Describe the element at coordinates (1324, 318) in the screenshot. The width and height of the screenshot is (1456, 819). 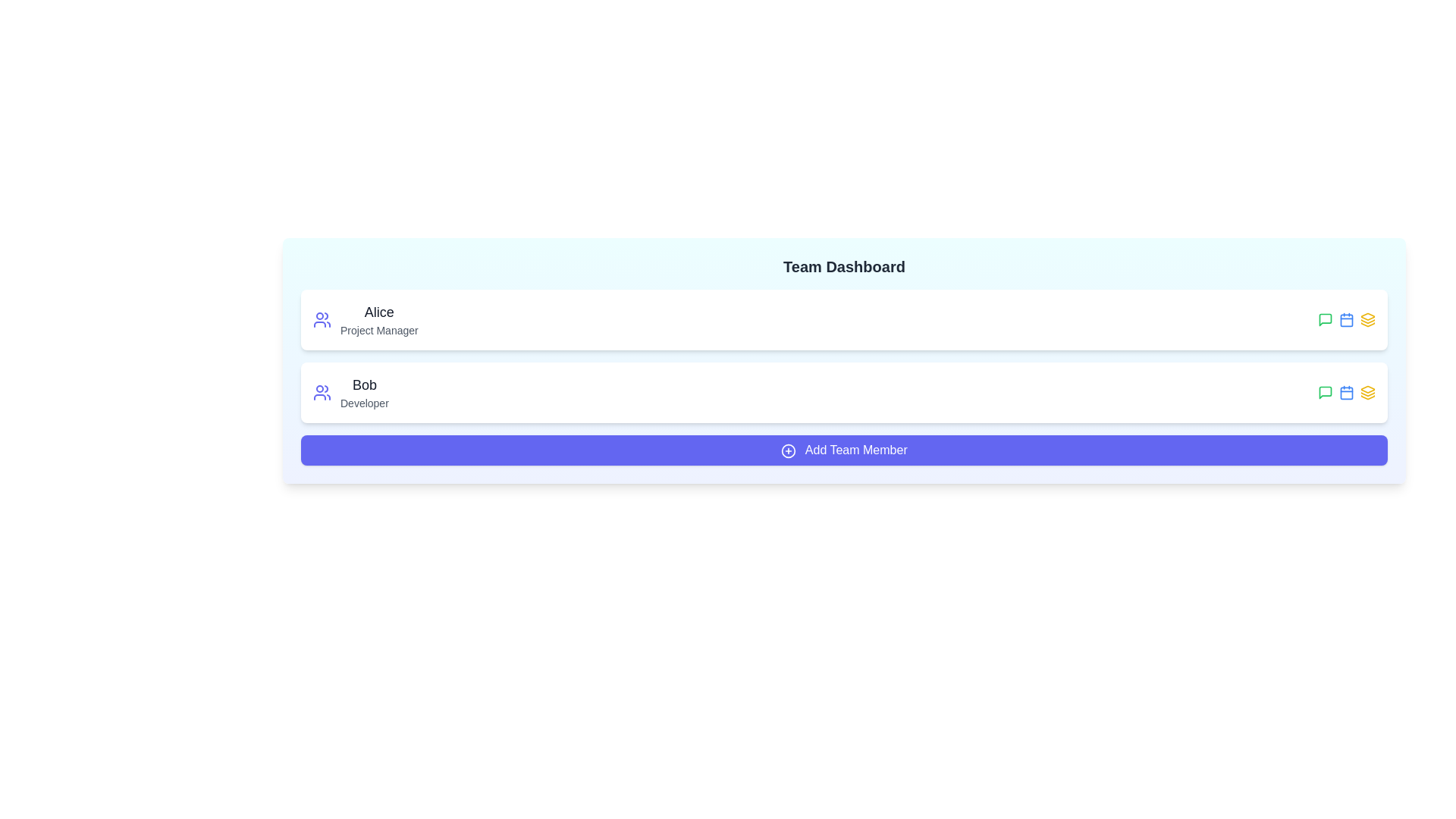
I see `the green outline square icon with a speech bubble shape, which is the first icon in the vertical list of action icons for 'Bob - Developer'` at that location.